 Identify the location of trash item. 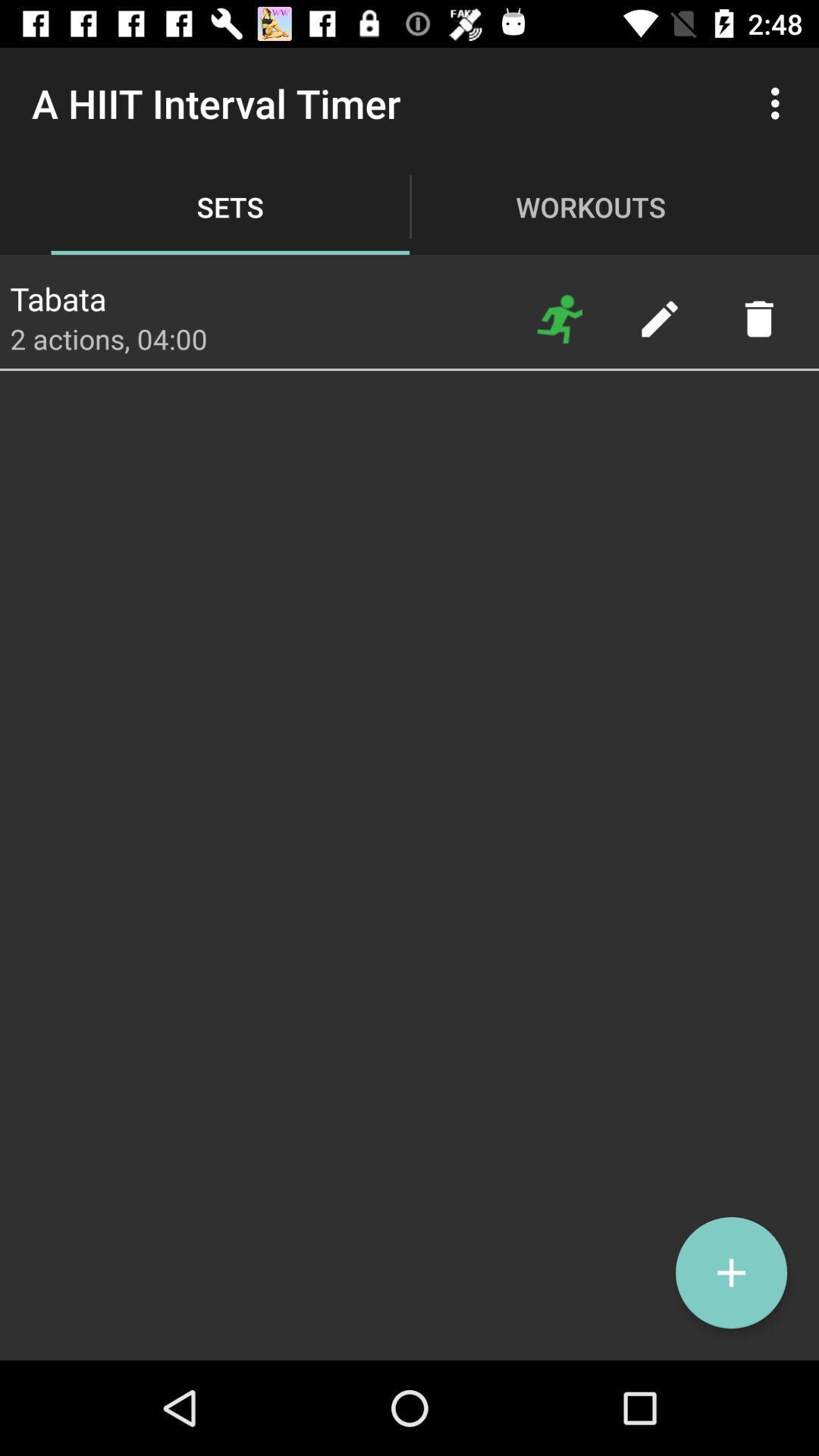
(758, 318).